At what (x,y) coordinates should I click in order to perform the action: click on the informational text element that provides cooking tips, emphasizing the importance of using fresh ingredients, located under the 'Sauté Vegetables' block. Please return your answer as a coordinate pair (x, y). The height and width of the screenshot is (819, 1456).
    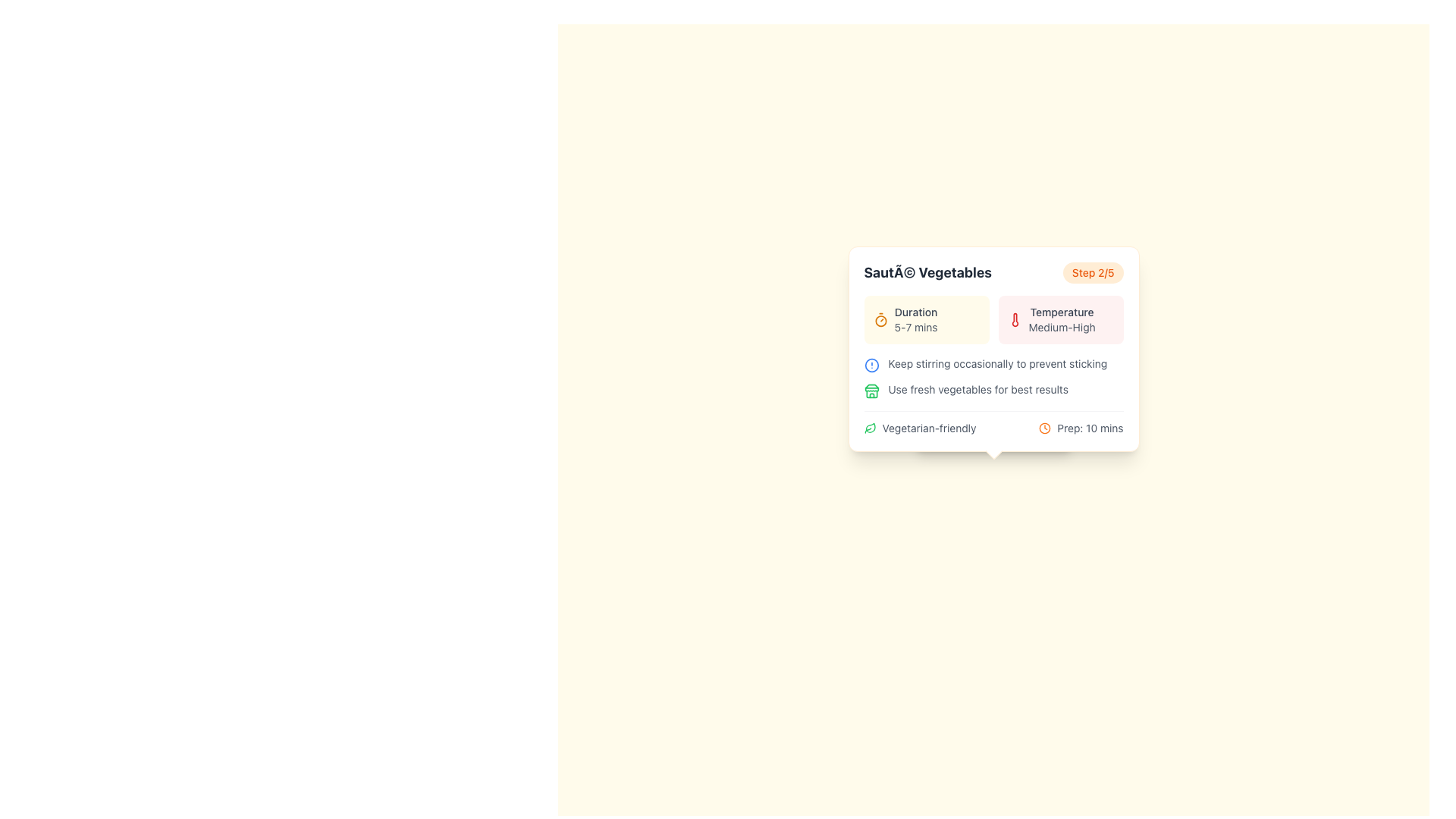
    Looking at the image, I should click on (993, 390).